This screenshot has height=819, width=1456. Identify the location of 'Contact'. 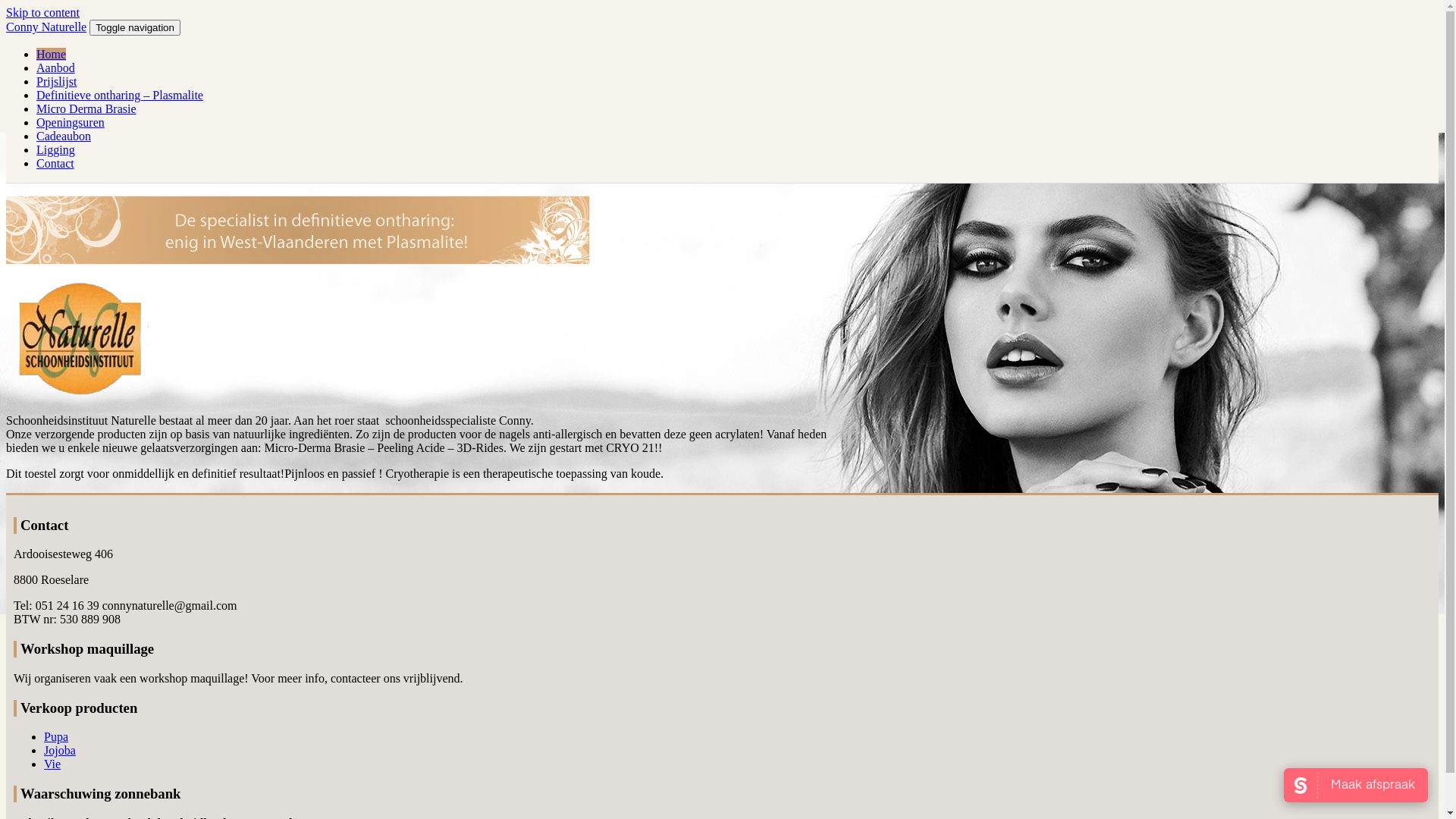
(55, 163).